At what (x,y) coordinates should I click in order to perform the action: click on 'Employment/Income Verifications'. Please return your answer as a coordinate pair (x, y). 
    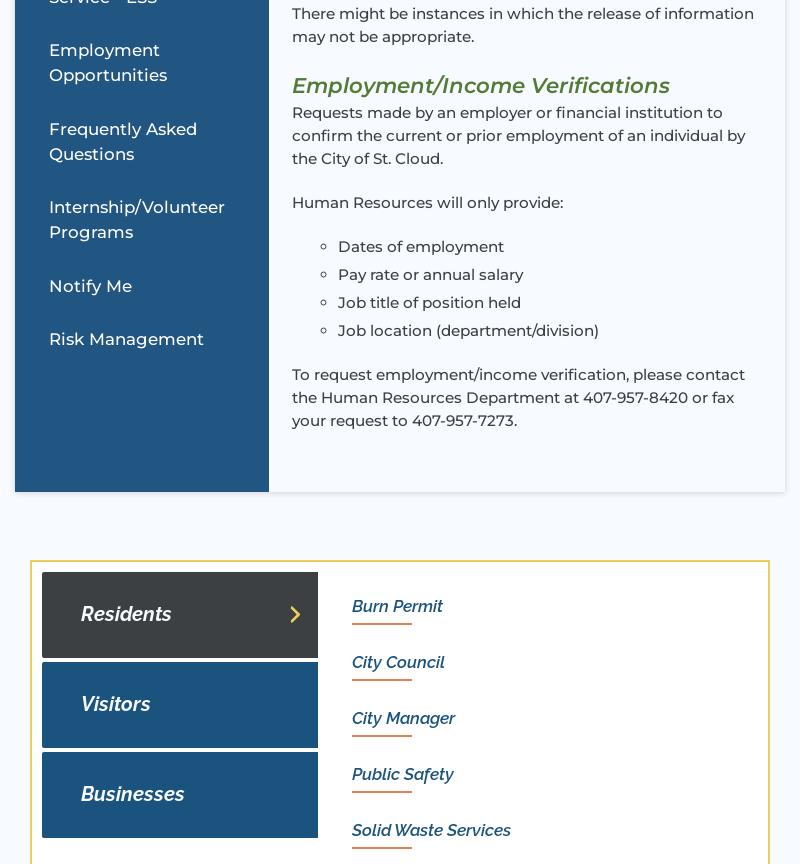
    Looking at the image, I should click on (480, 85).